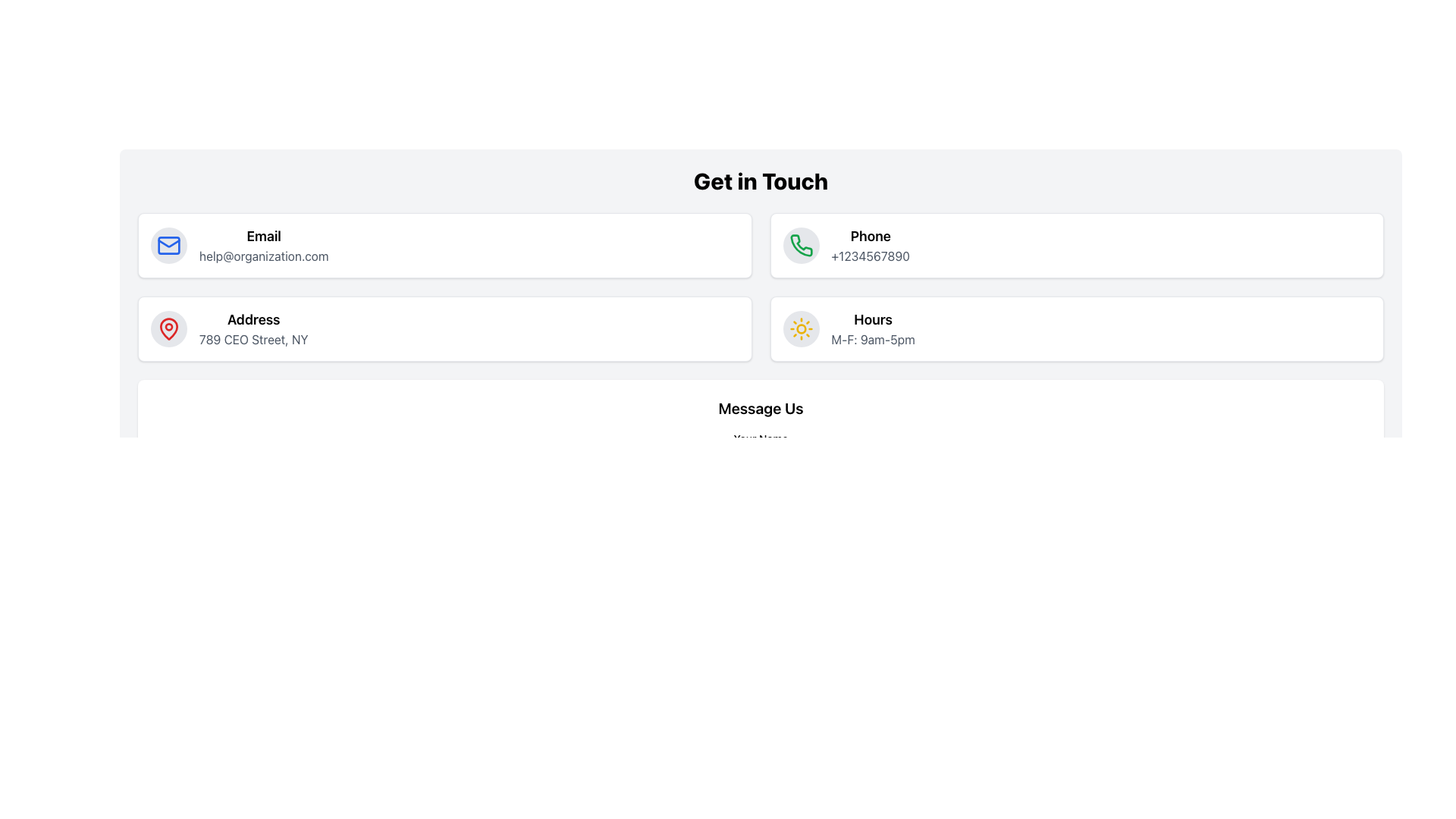  Describe the element at coordinates (168, 245) in the screenshot. I see `the primary rectangular body of the envelope icon located to the left of the 'Email' label text` at that location.